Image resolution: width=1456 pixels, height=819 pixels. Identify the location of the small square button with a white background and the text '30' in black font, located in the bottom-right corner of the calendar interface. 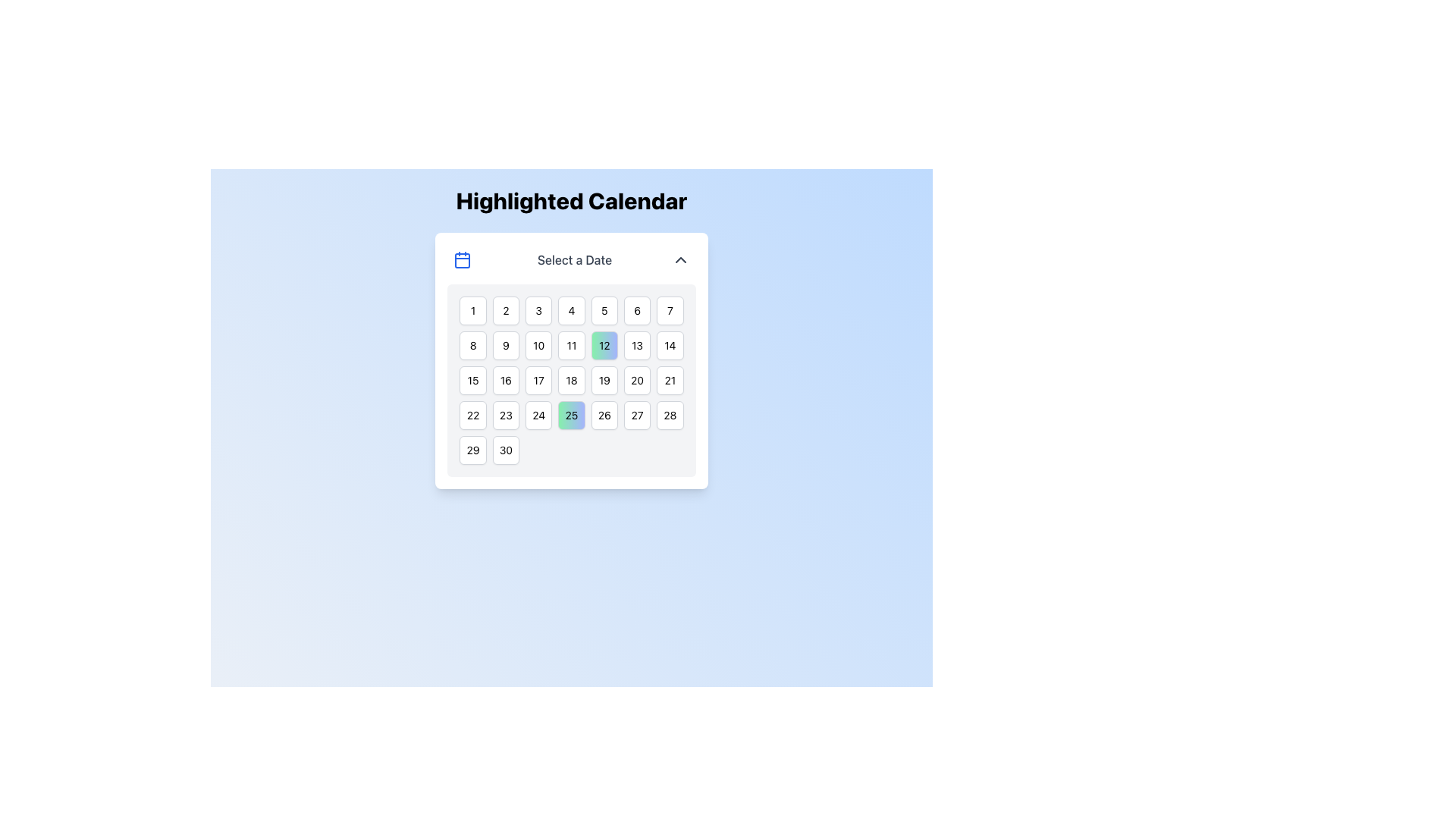
(506, 450).